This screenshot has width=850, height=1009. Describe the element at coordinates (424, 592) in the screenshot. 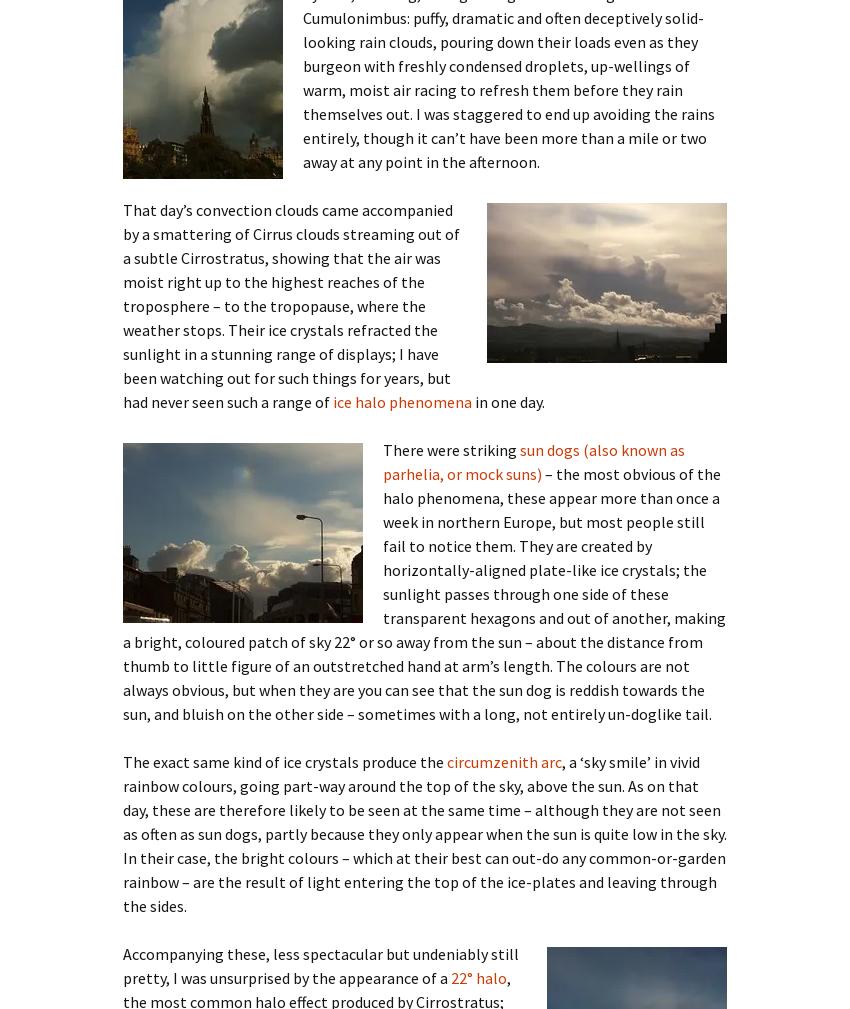

I see `'– the most obvious of the halo phenomena, these appear more than once a week in northern Europe, but most people still fail to notice them. They are created by horizontally-aligned plate-like ice crystals; the sunlight passes through one side of these transparent hexagons and out of another, making a bright, coloured patch of sky 22° or so away from the sun – about the distance from thumb to little figure of an outstretched hand at arm’s length. The colours are not always obvious, but when they are you can see that the sun dog is reddish towards the sun, and bluish on the other side – sometimes with a long, not entirely un-doglike tail.'` at that location.